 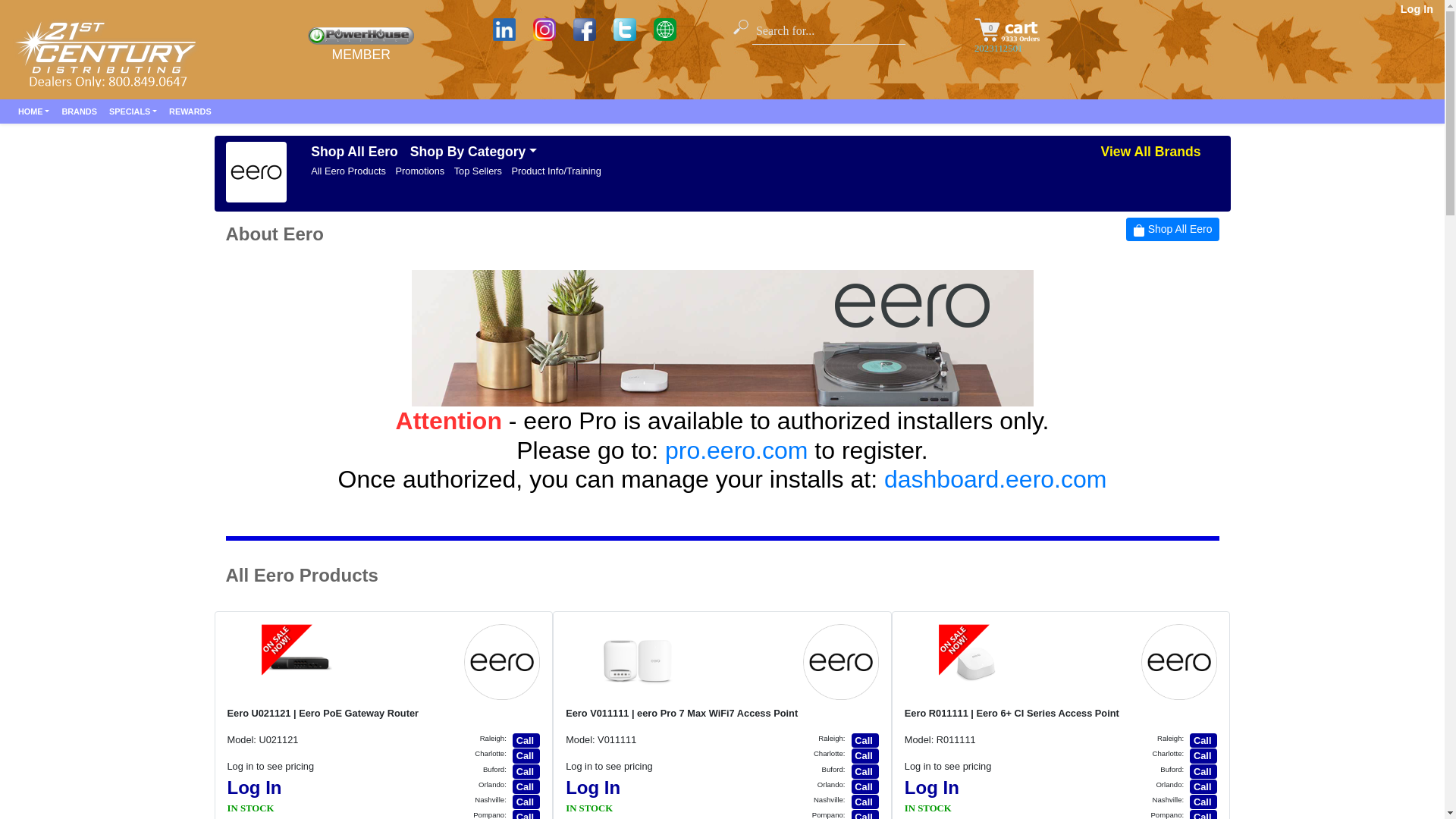 I want to click on 'View All Brands', so click(x=1150, y=152).